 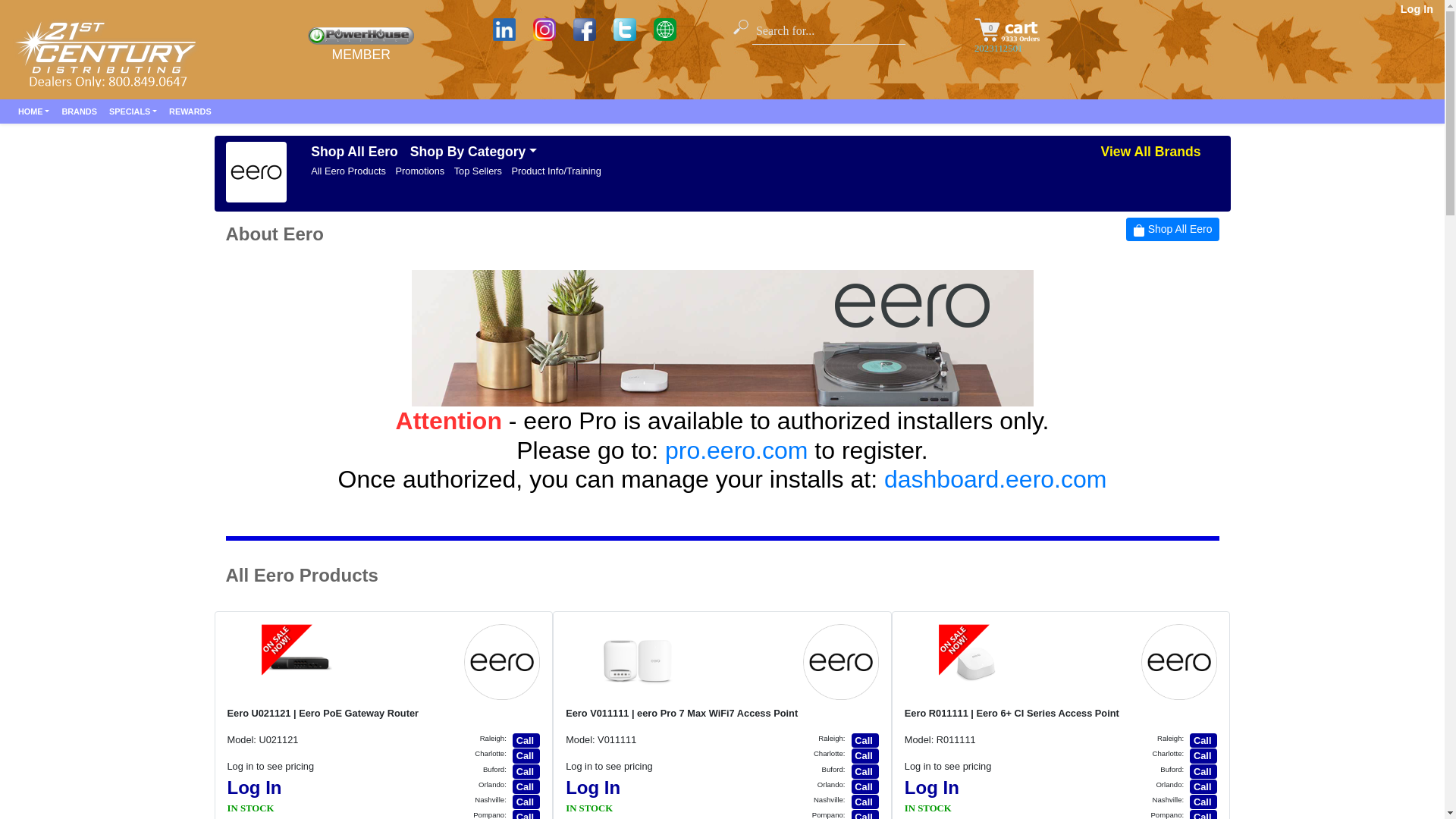 I want to click on 'View All Brands', so click(x=1150, y=152).